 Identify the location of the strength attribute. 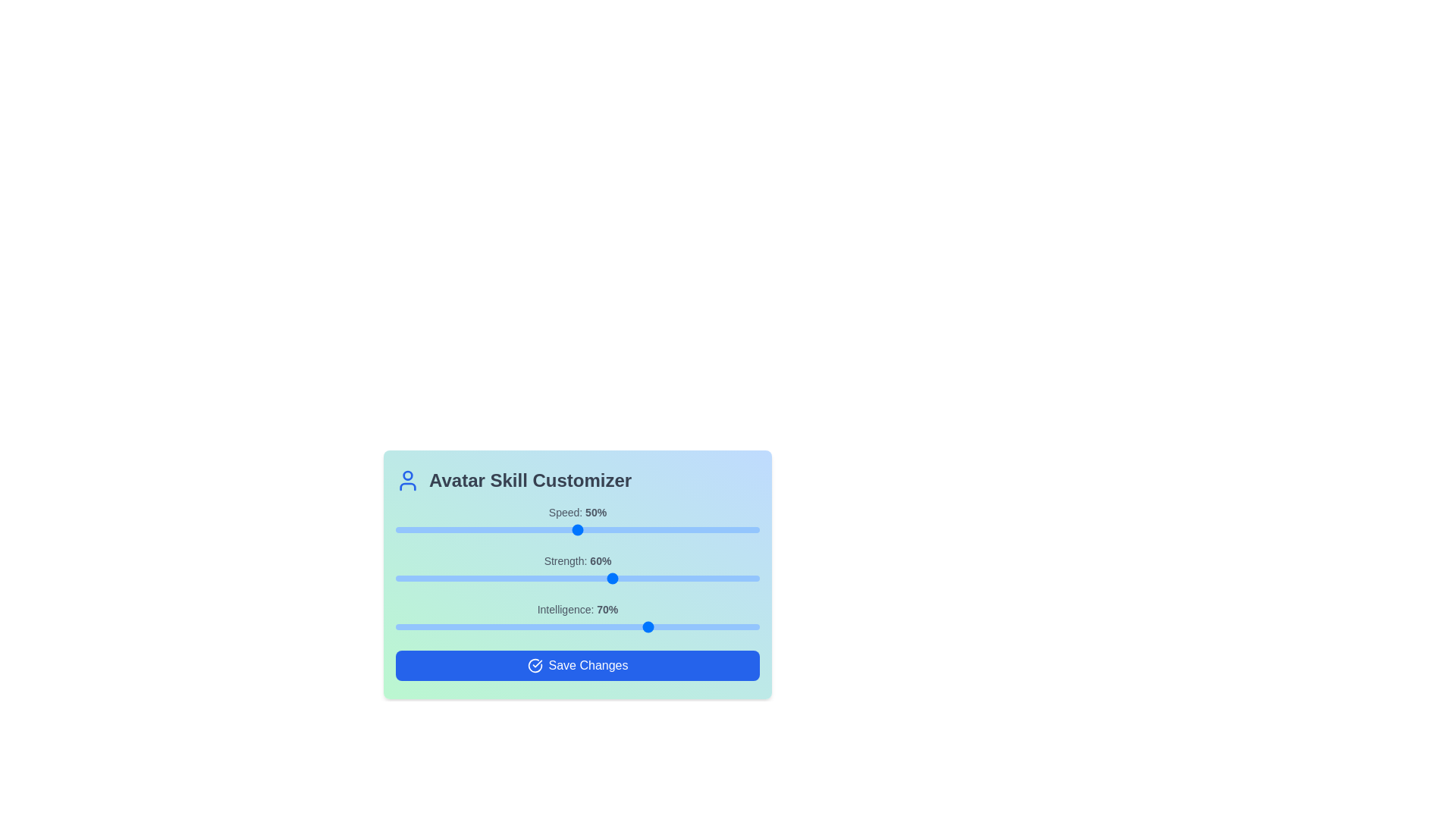
(675, 579).